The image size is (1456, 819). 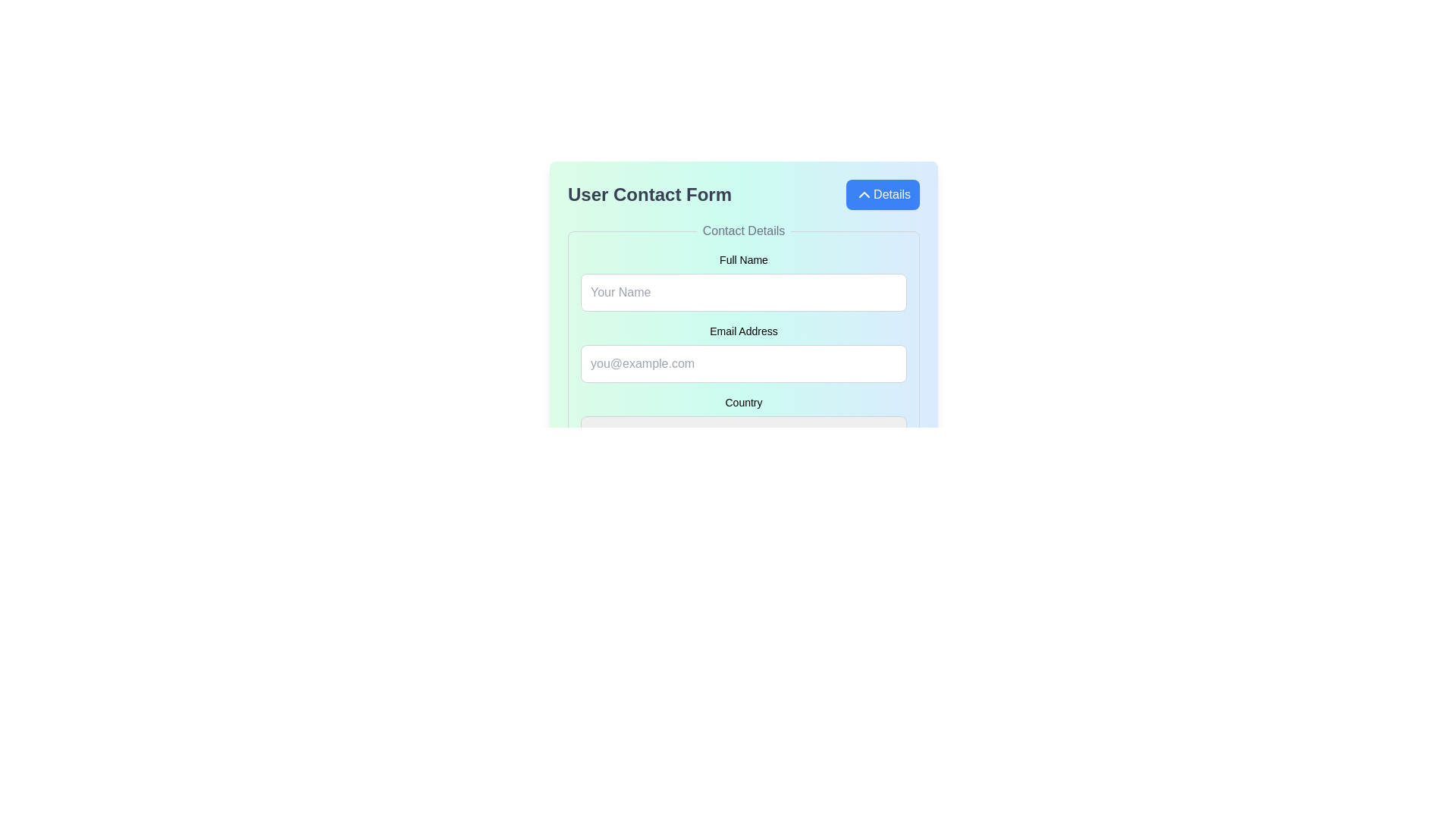 I want to click on the 'Email Address' label in the 'User Contact Form', which is displayed in bold and positioned above the email input field, so click(x=743, y=330).